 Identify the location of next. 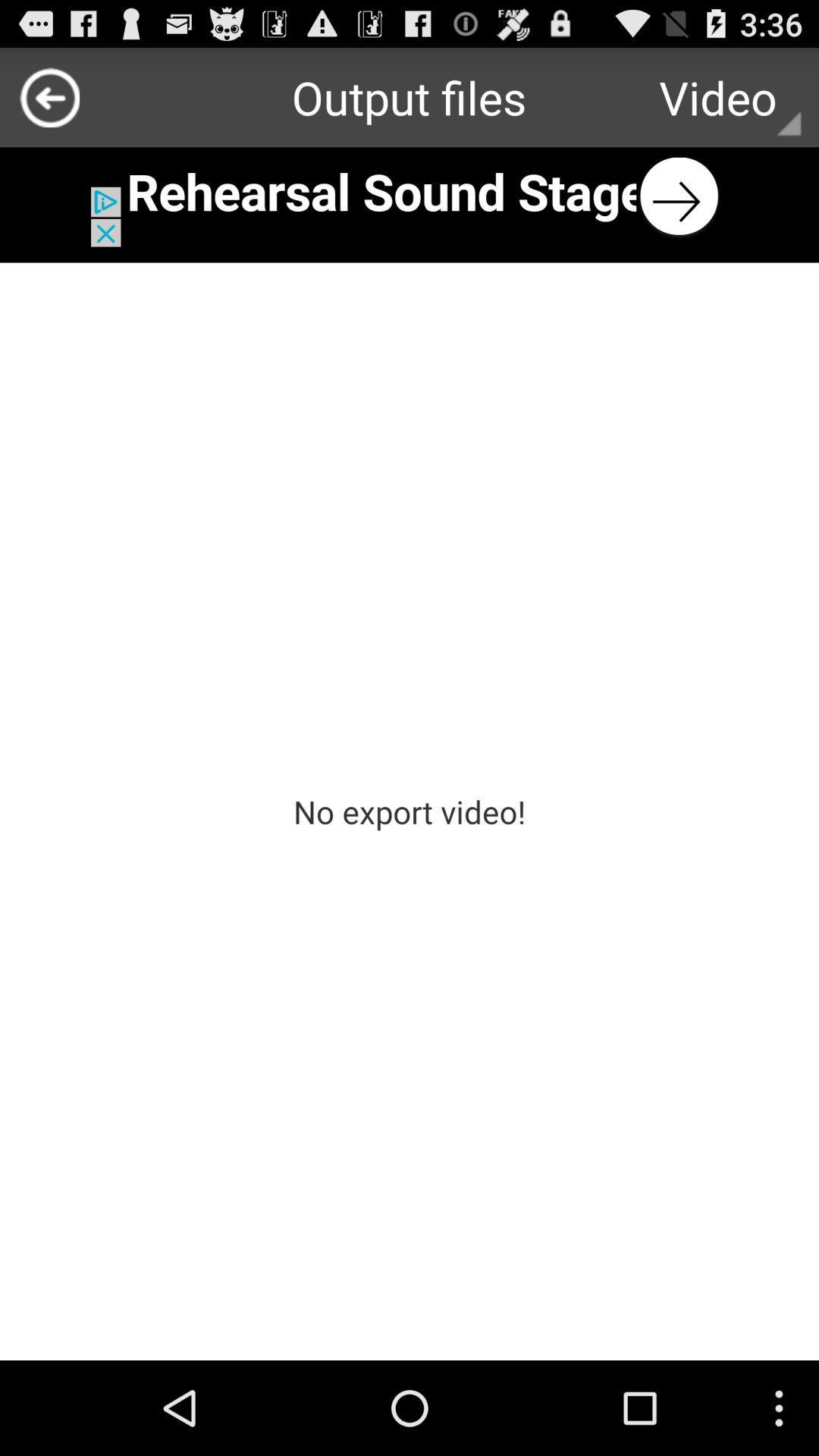
(409, 196).